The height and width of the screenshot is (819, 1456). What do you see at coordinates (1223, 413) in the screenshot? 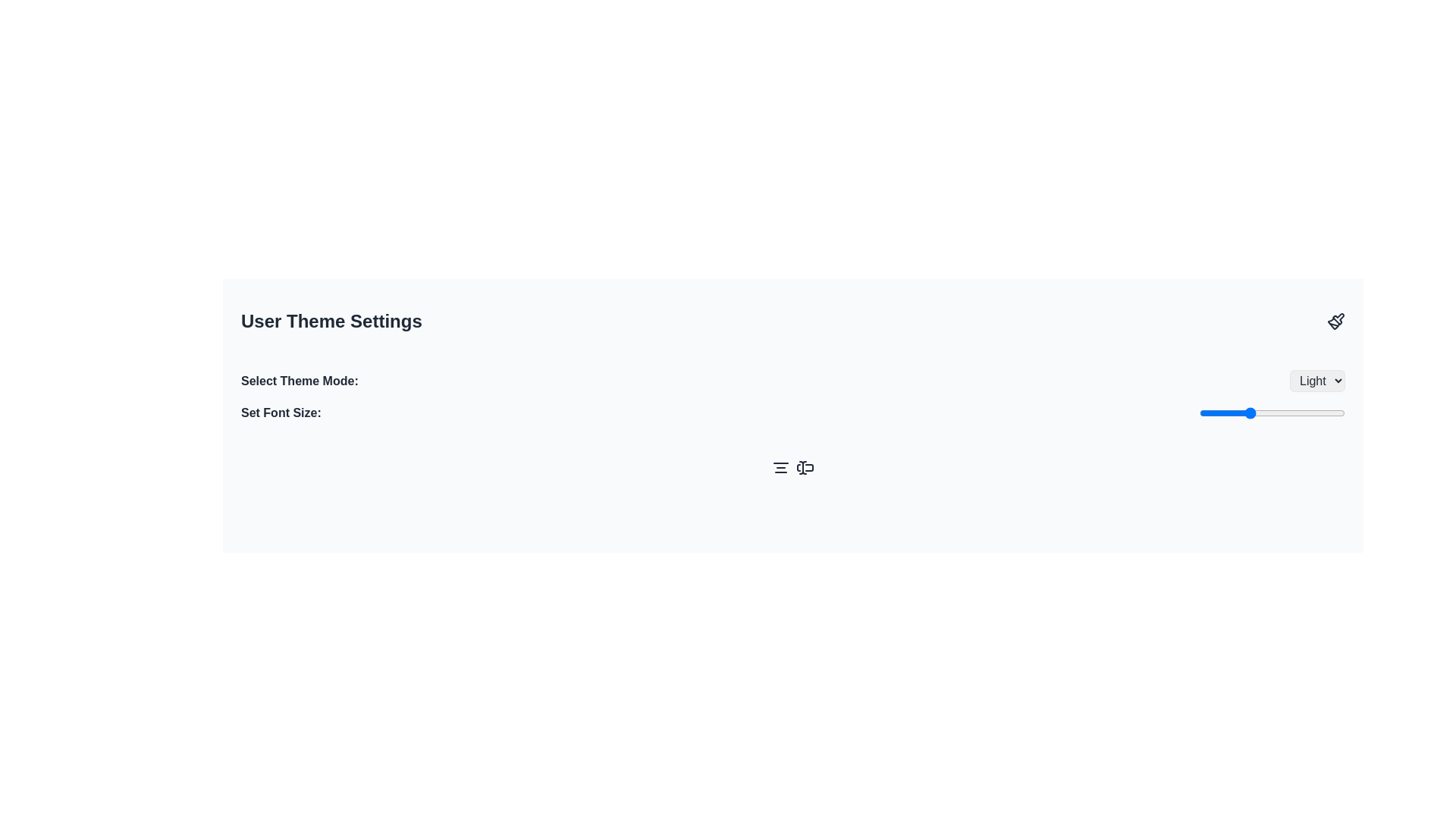
I see `the font size` at bounding box center [1223, 413].